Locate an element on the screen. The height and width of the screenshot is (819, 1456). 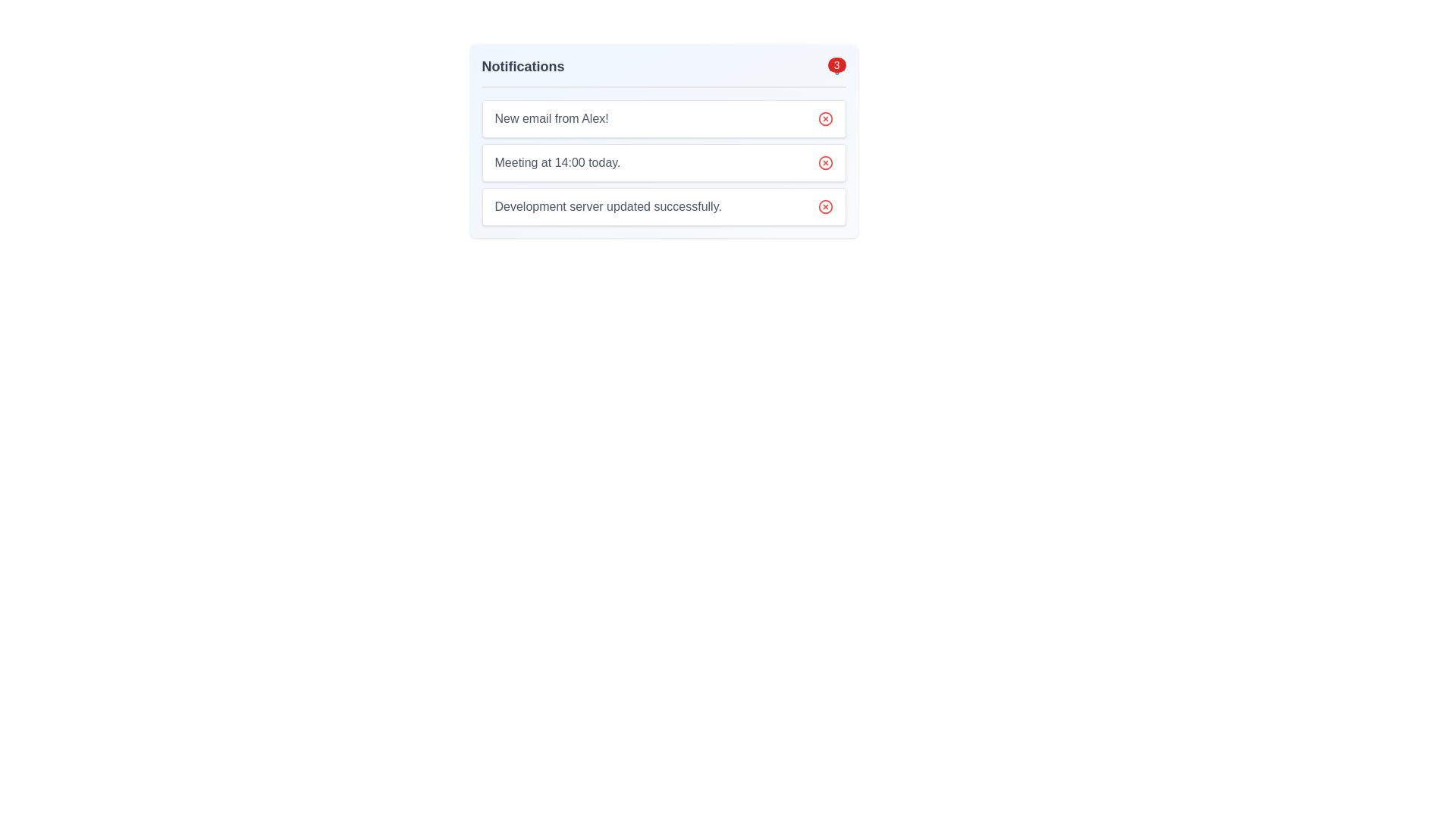
second notification in the 'Notifications' card, which displays 'Meeting at 14:00 today.' is located at coordinates (664, 163).